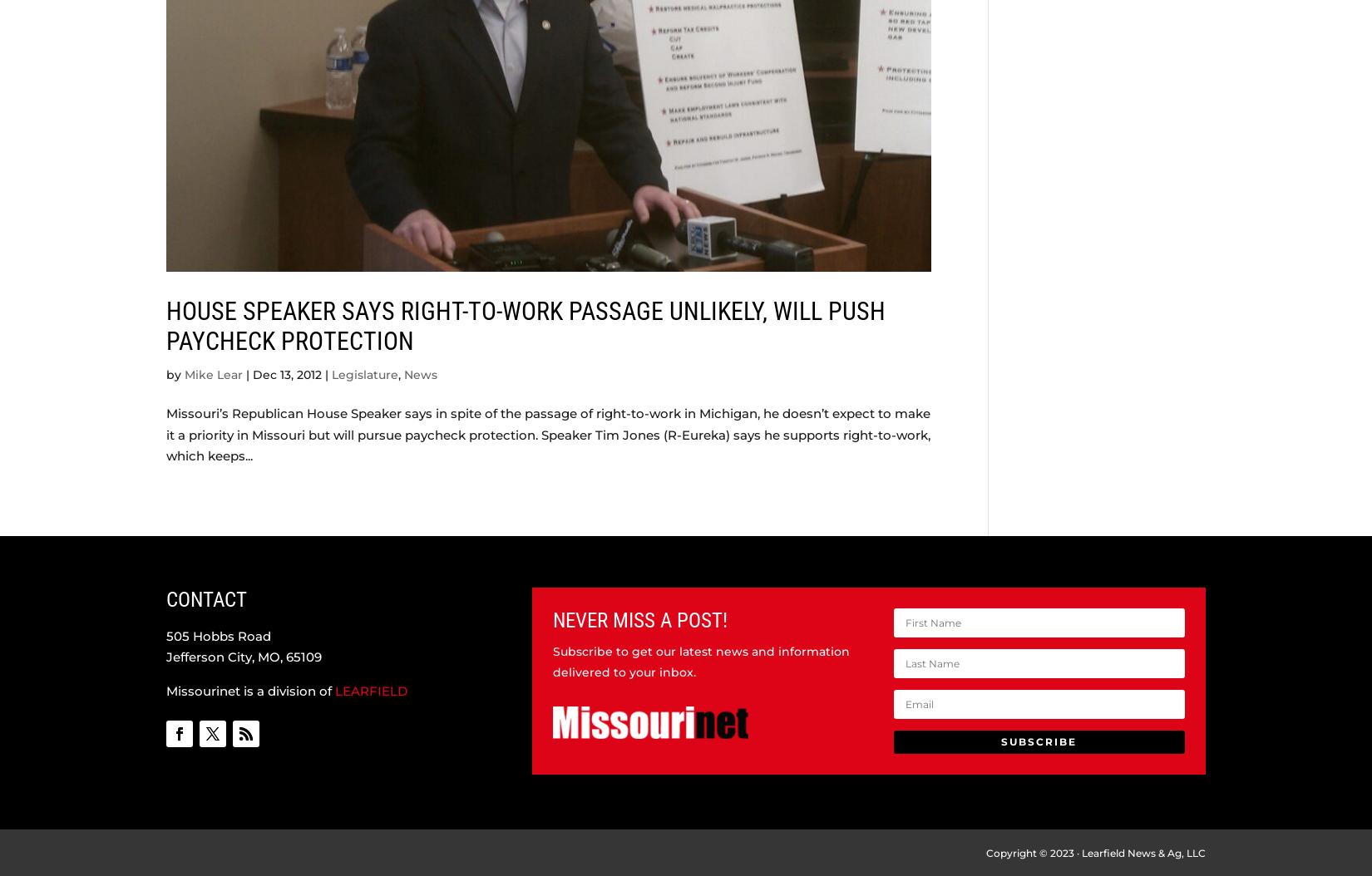 This screenshot has width=1372, height=876. Describe the element at coordinates (175, 373) in the screenshot. I see `'by'` at that location.